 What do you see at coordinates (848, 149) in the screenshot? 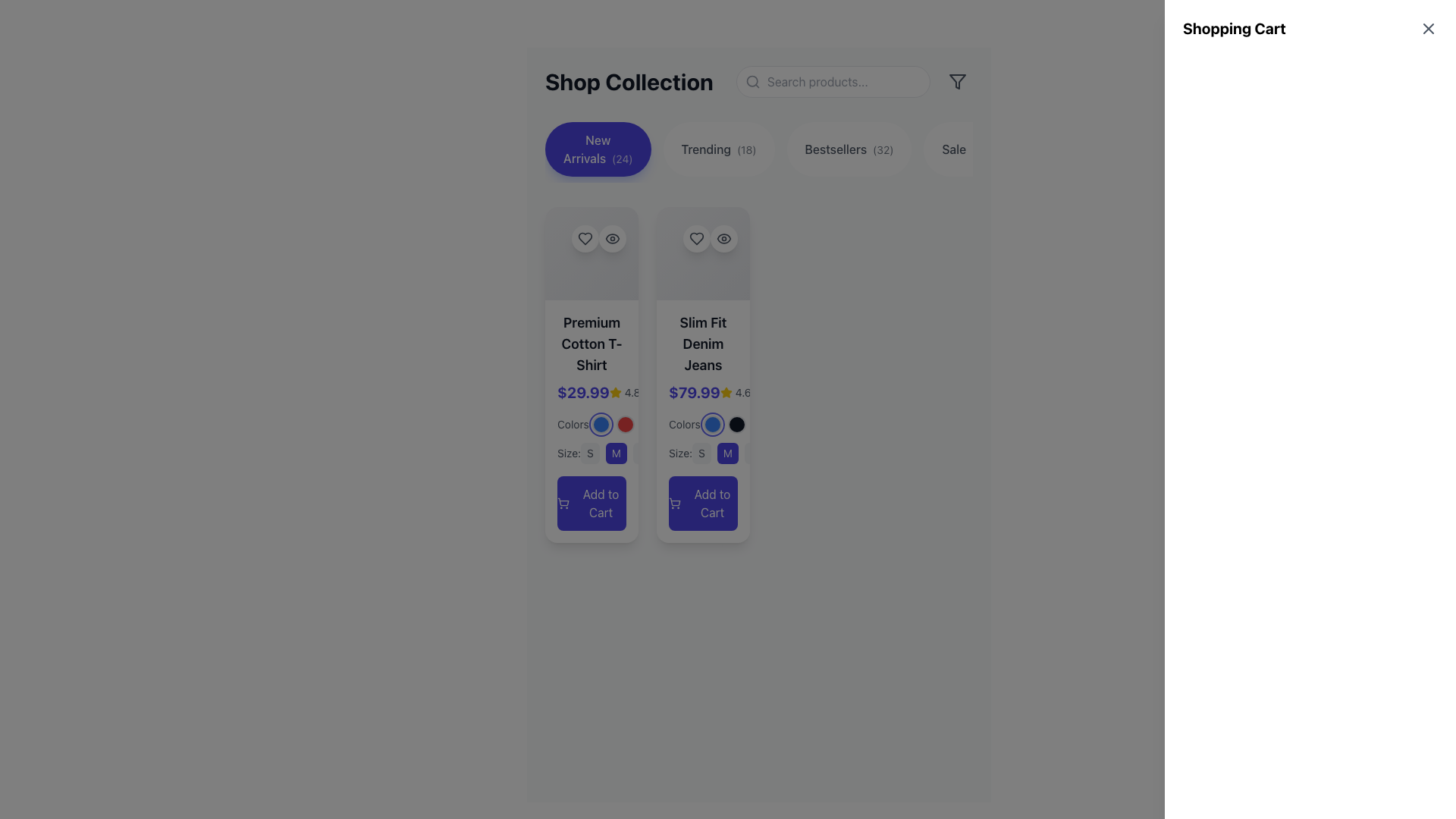
I see `the 'Bestsellers(32)' button, which is the third button in a horizontal group of four buttons that filter or navigate to sections displaying bestselling items, to trigger a transition effect` at bounding box center [848, 149].